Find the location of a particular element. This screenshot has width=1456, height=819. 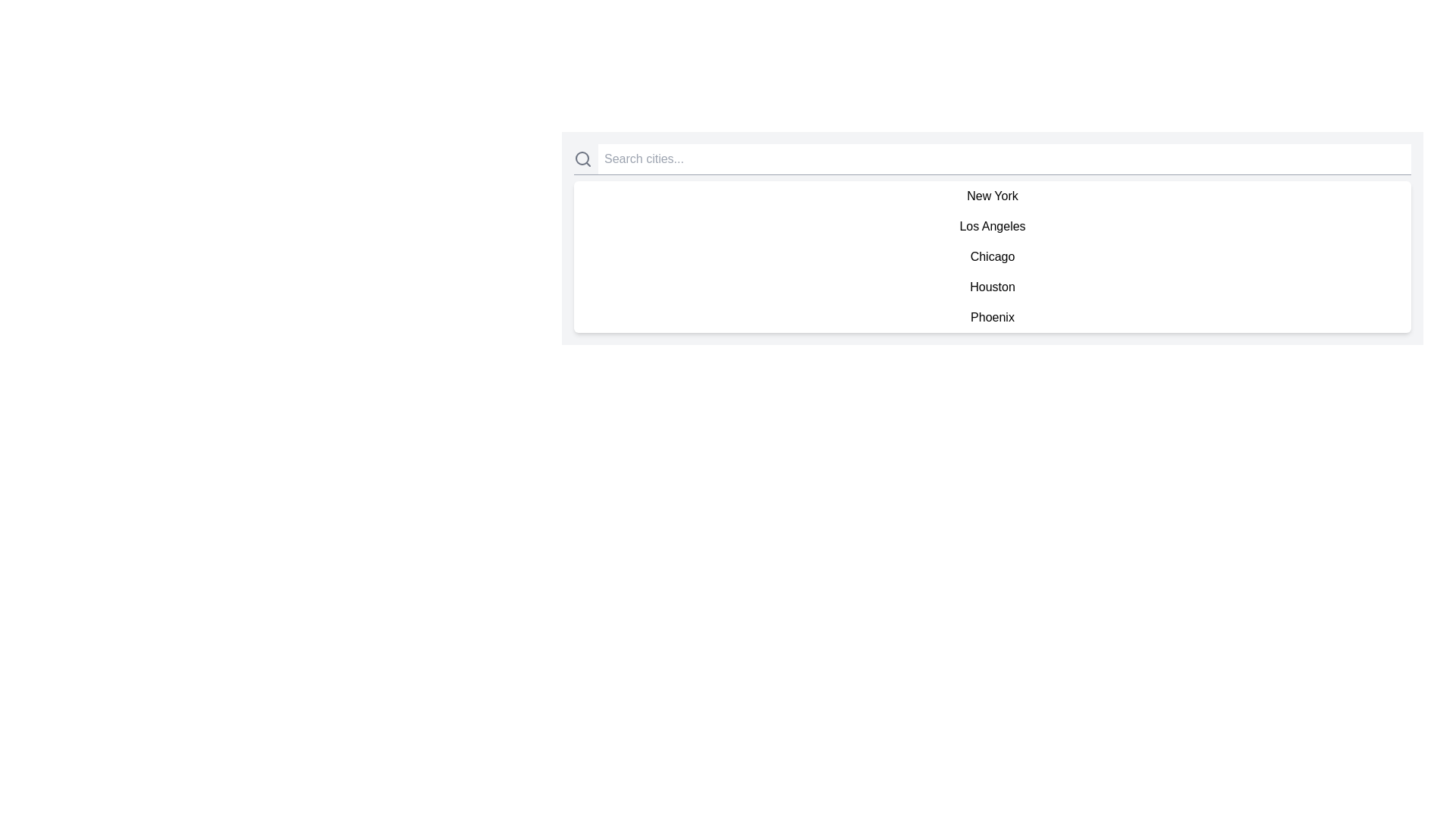

the text-based list item displaying 'New York' is located at coordinates (993, 195).